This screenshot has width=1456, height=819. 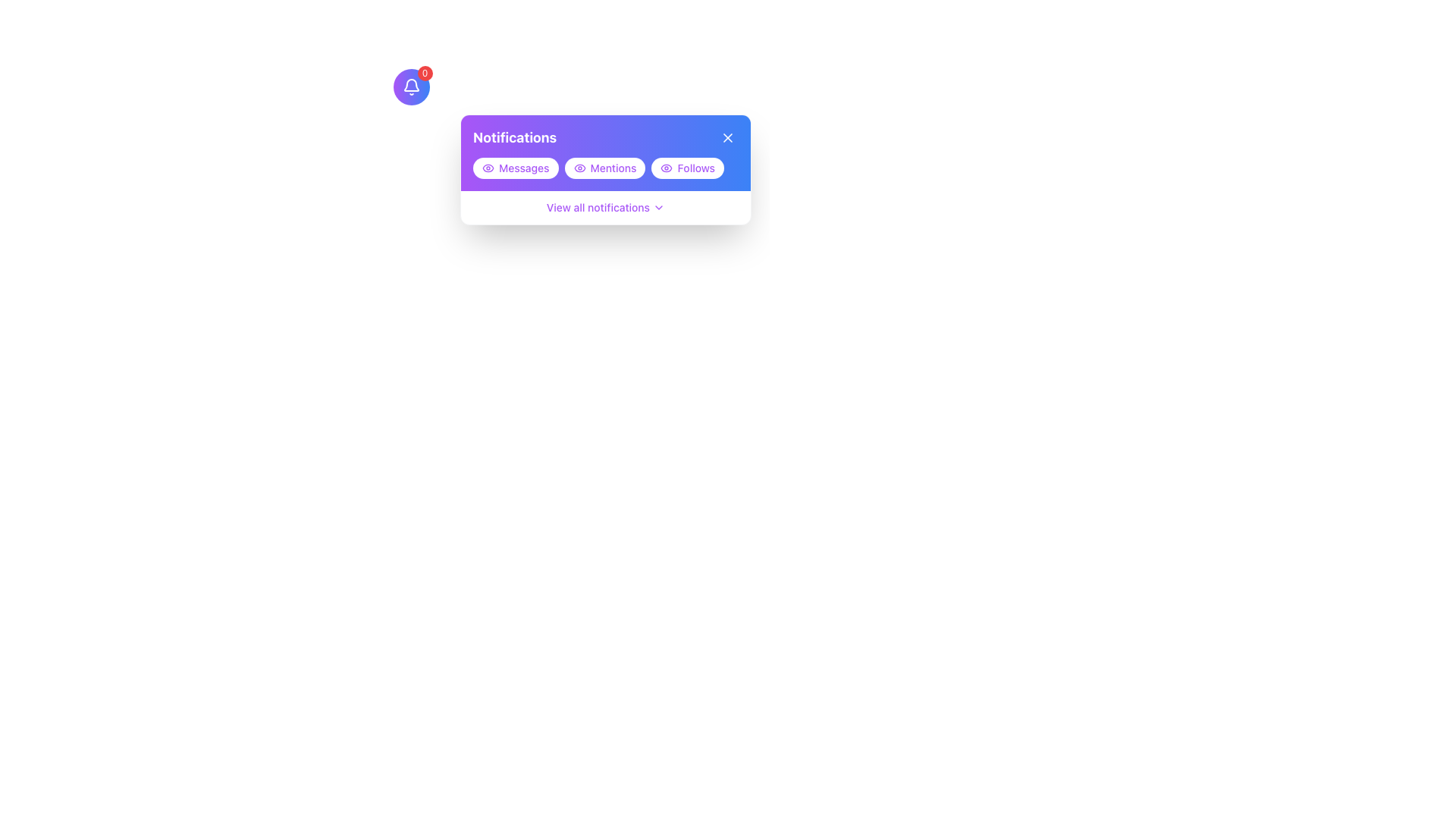 I want to click on the 'X' icon located in the top-right corner of the notification panel, so click(x=728, y=137).